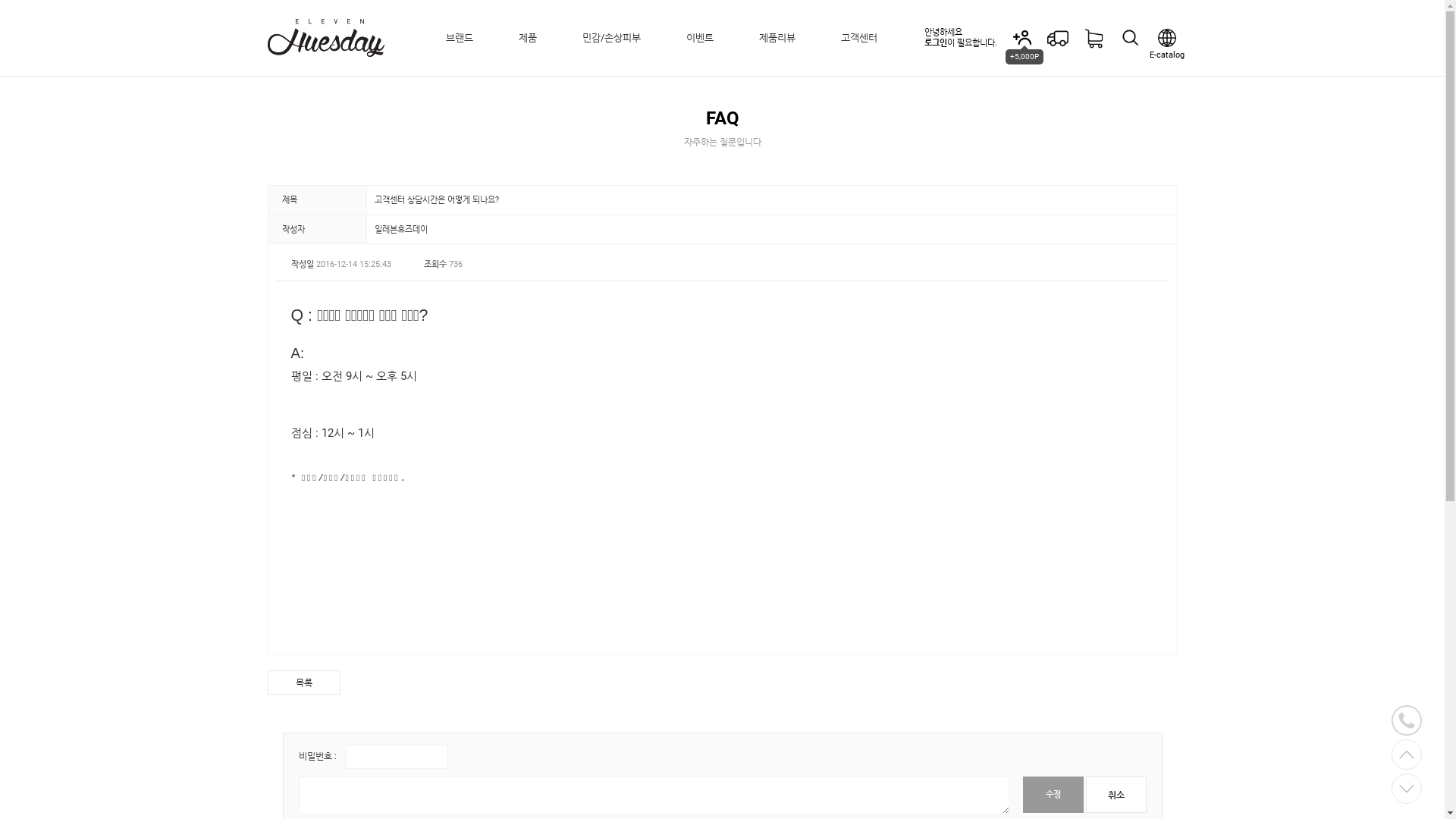 The width and height of the screenshot is (1456, 819). Describe the element at coordinates (1165, 37) in the screenshot. I see `'E-catalog'` at that location.